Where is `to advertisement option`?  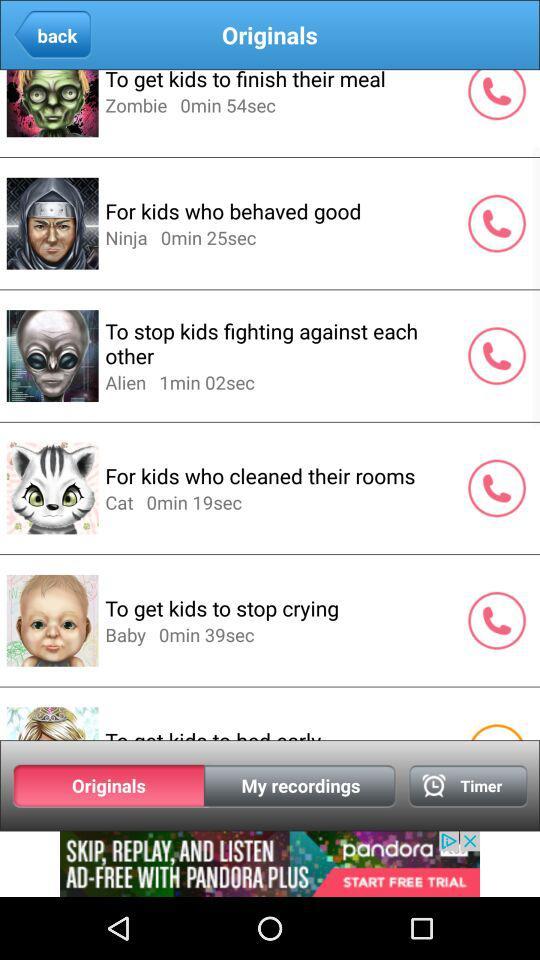 to advertisement option is located at coordinates (270, 863).